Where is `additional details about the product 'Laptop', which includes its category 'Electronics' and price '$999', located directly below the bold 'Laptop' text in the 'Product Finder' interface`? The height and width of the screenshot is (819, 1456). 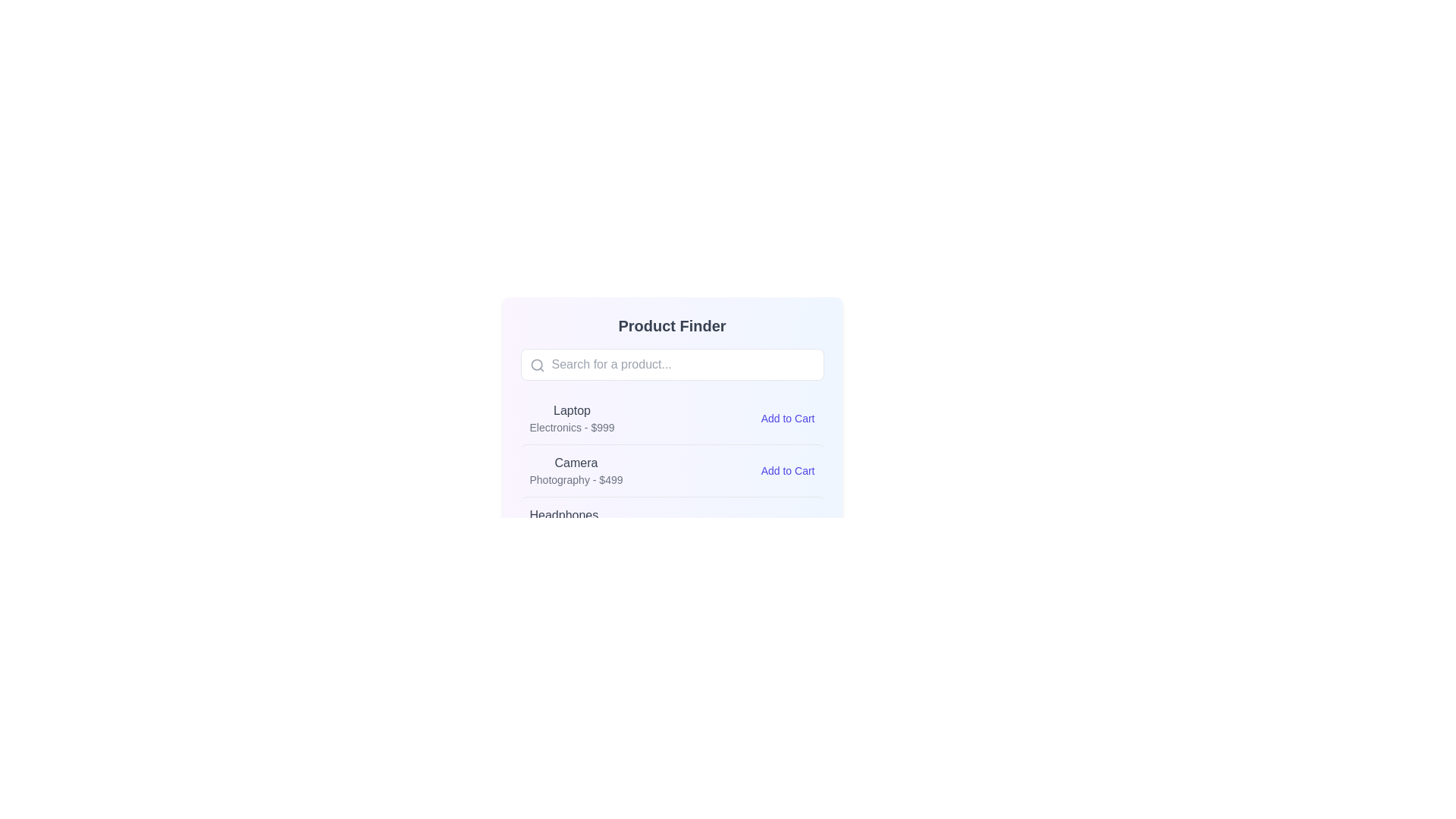
additional details about the product 'Laptop', which includes its category 'Electronics' and price '$999', located directly below the bold 'Laptop' text in the 'Product Finder' interface is located at coordinates (571, 427).